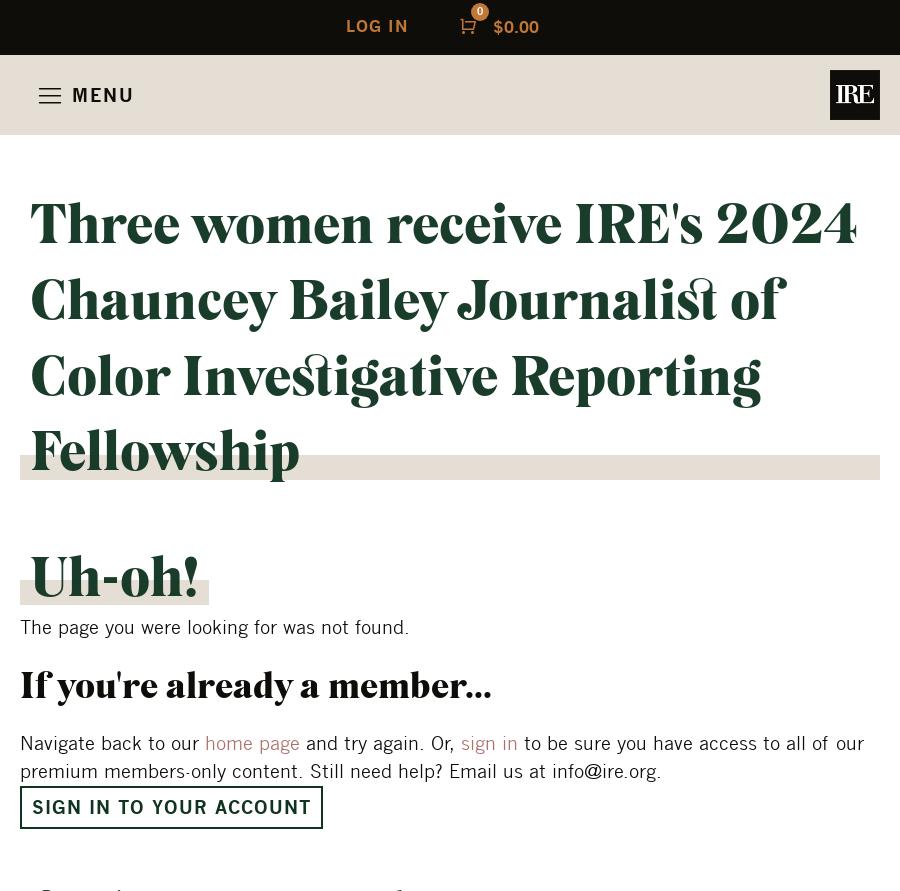 This screenshot has height=891, width=900. Describe the element at coordinates (345, 26) in the screenshot. I see `'LOG IN'` at that location.